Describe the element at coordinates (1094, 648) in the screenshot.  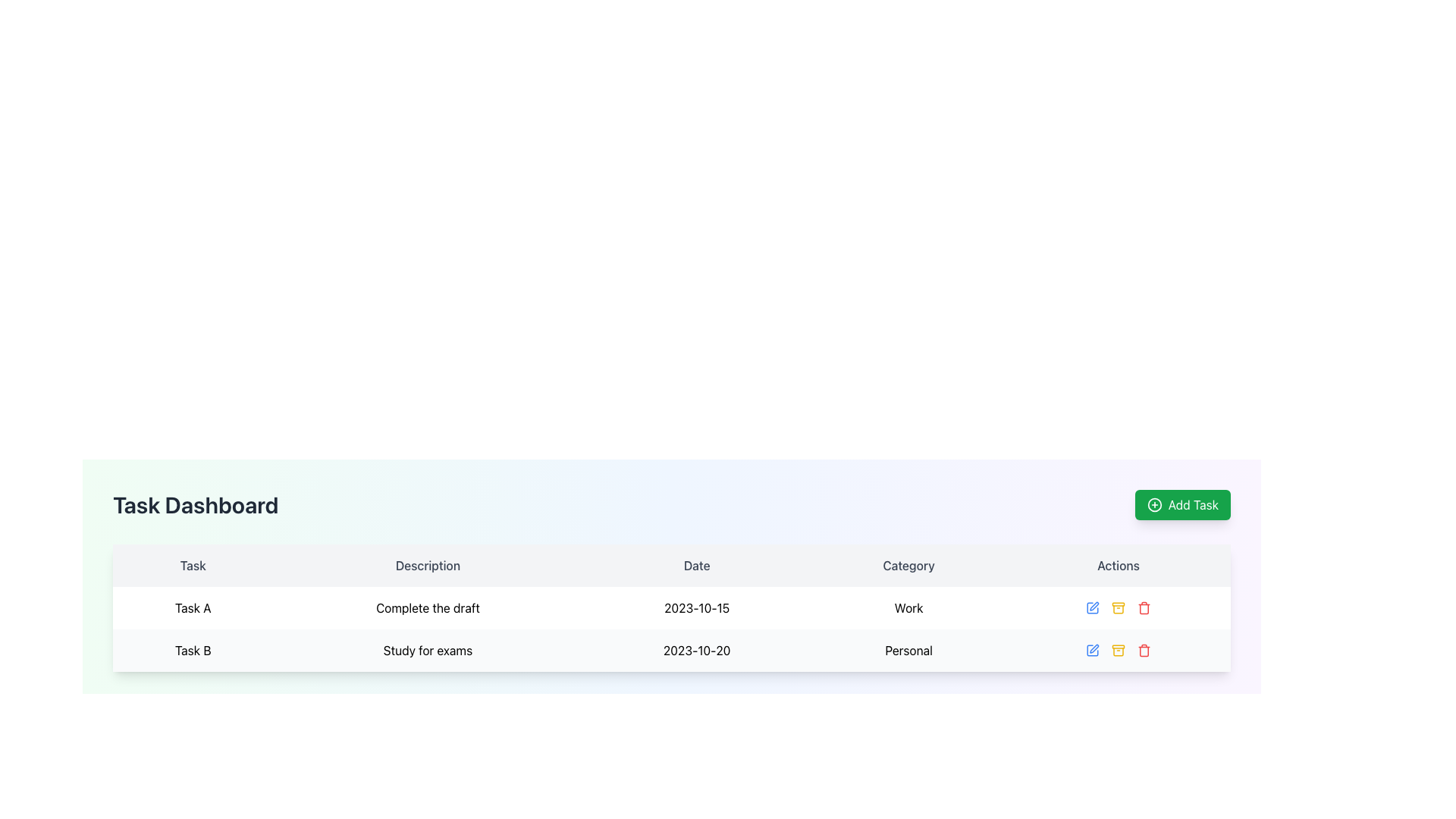
I see `the edit button located in the 'Actions' column of the second row in the task table to initiate editing` at that location.